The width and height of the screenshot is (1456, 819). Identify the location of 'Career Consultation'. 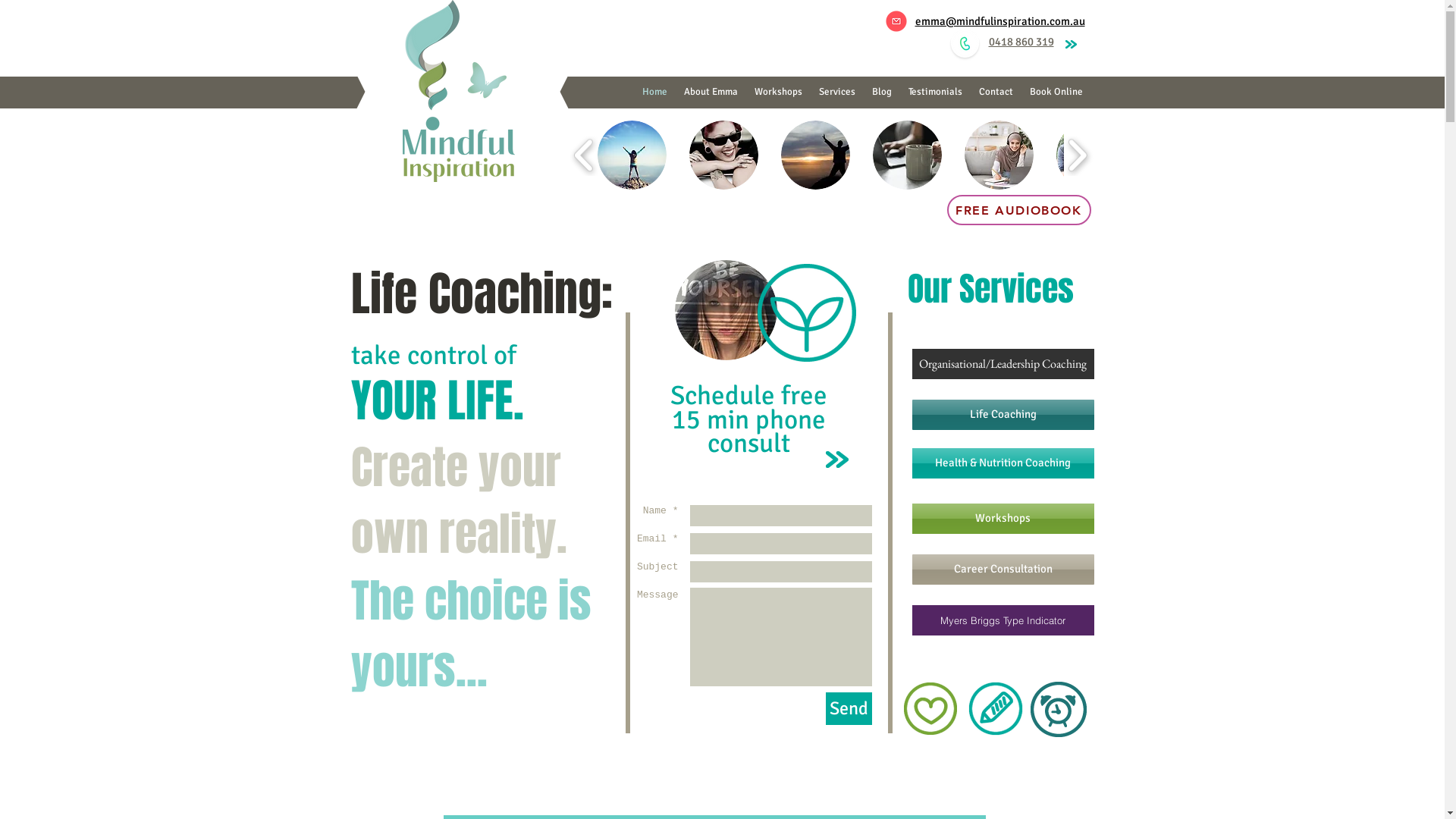
(910, 570).